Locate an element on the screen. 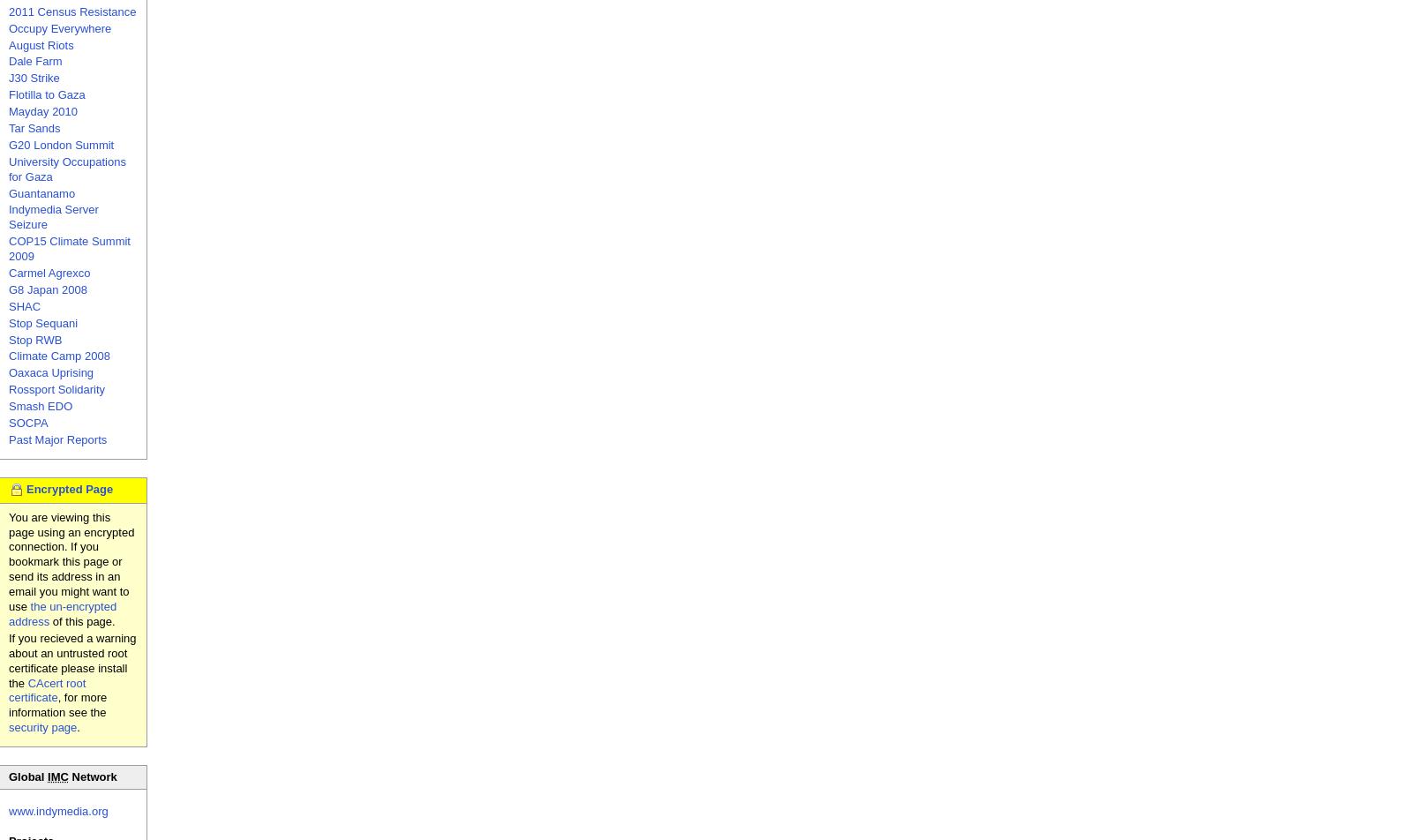  'J30 Strike' is located at coordinates (33, 78).